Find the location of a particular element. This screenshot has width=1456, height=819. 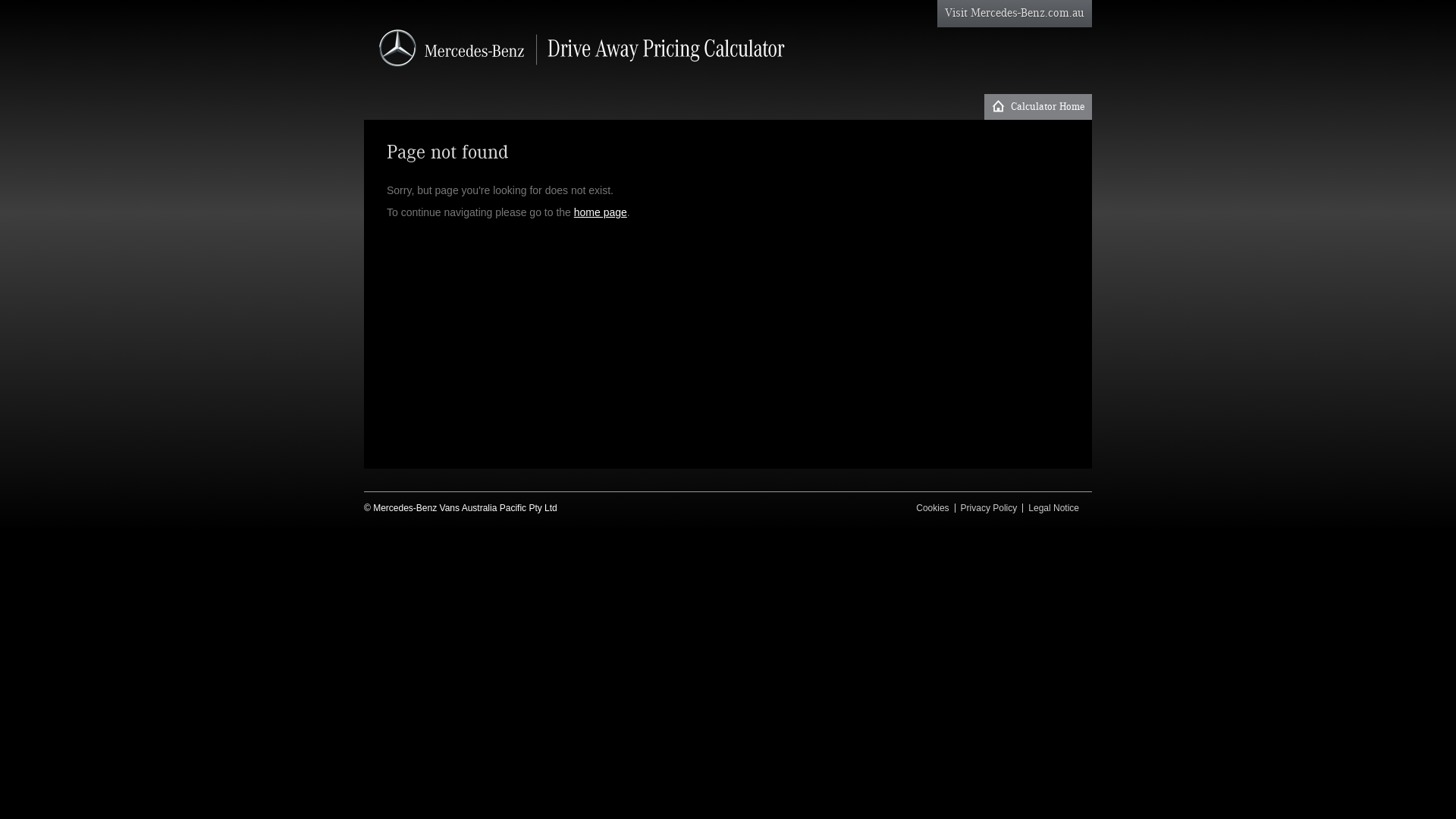

'Legal Notice' is located at coordinates (1053, 508).